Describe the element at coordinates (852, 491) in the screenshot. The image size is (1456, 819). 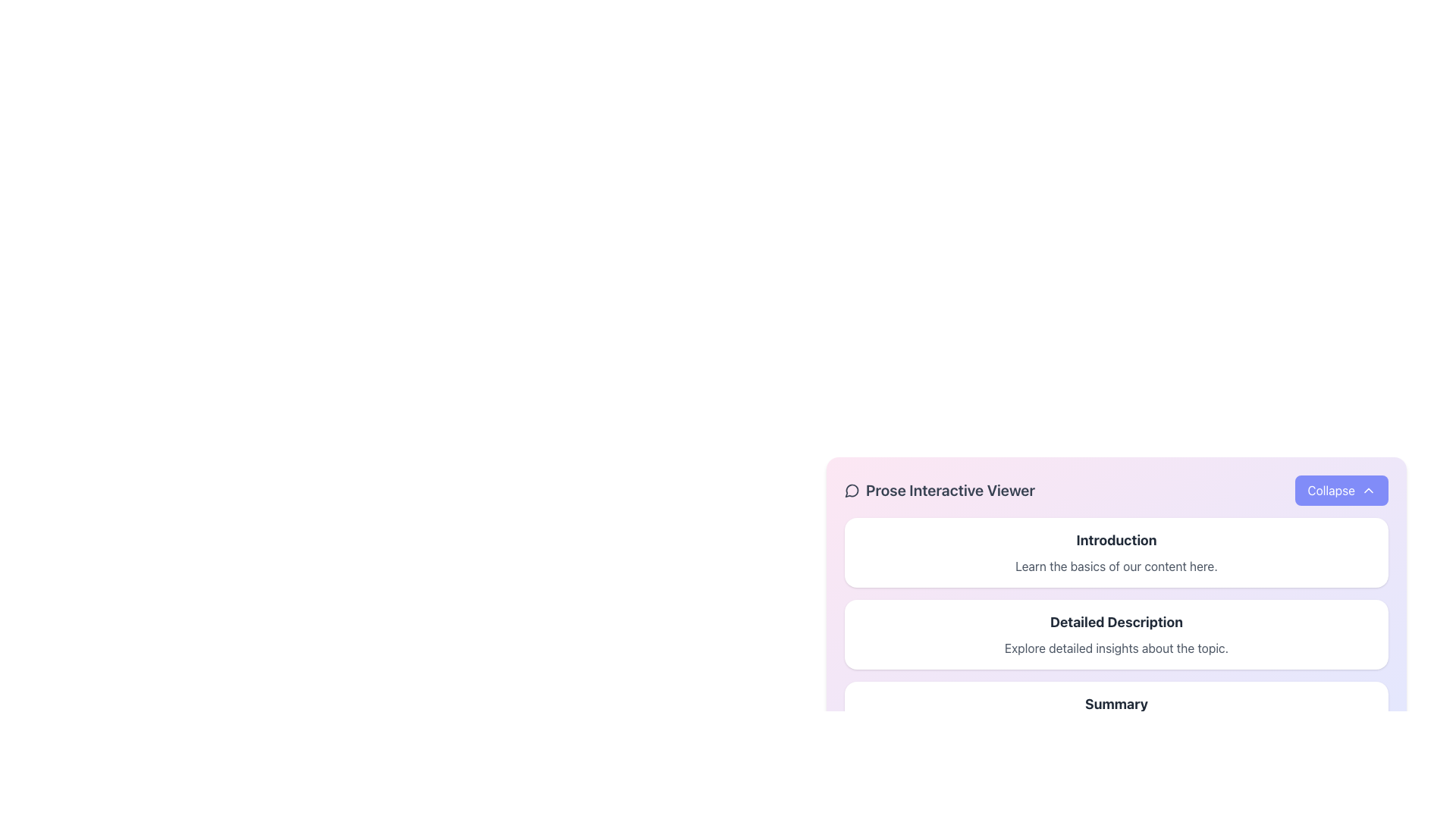
I see `the decorative or functional icon located at the top-left corner next to the 'Prose Interactive Viewer' text, which indicates message-related features` at that location.